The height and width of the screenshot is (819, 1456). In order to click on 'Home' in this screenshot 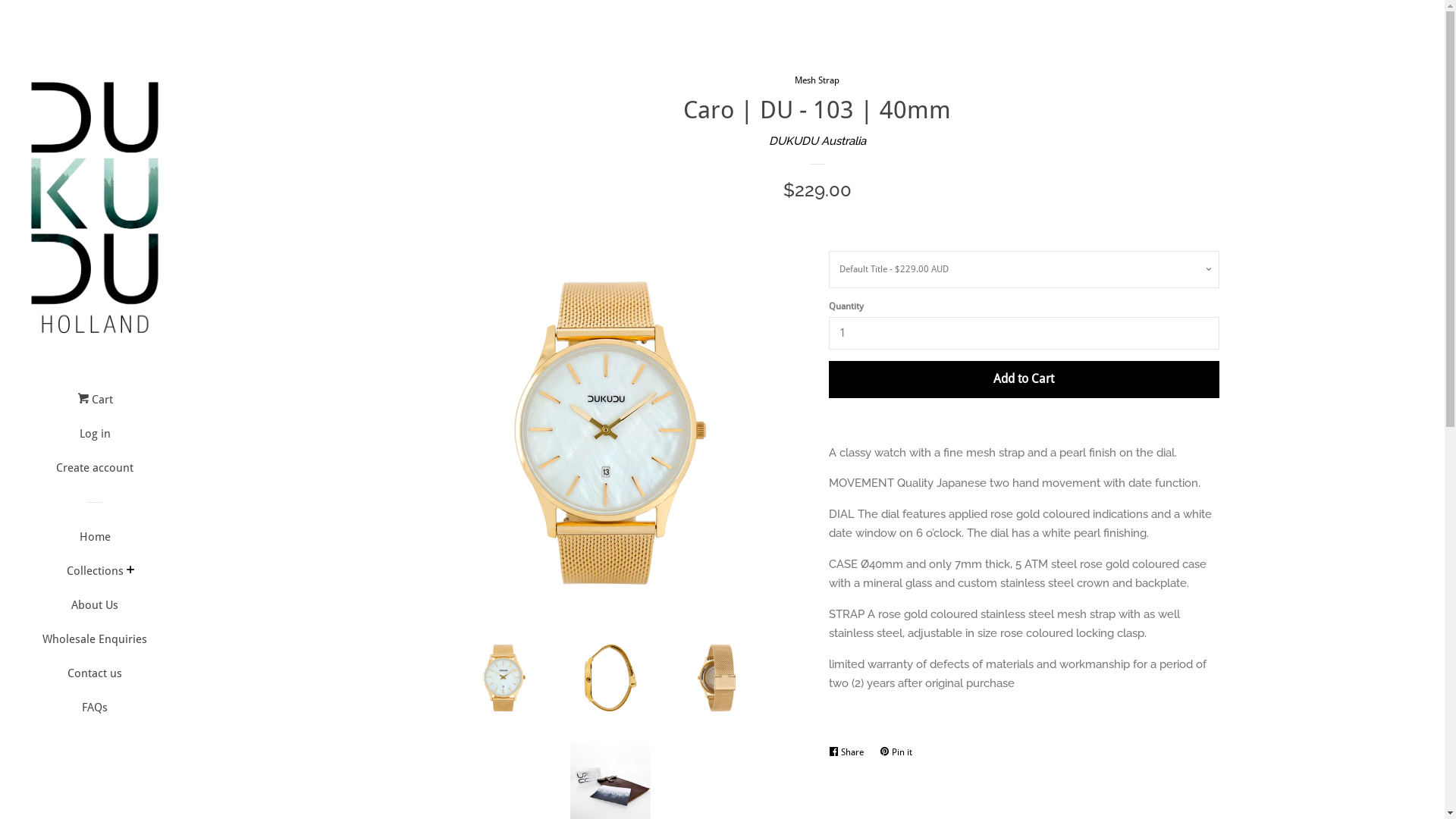, I will do `click(93, 541)`.